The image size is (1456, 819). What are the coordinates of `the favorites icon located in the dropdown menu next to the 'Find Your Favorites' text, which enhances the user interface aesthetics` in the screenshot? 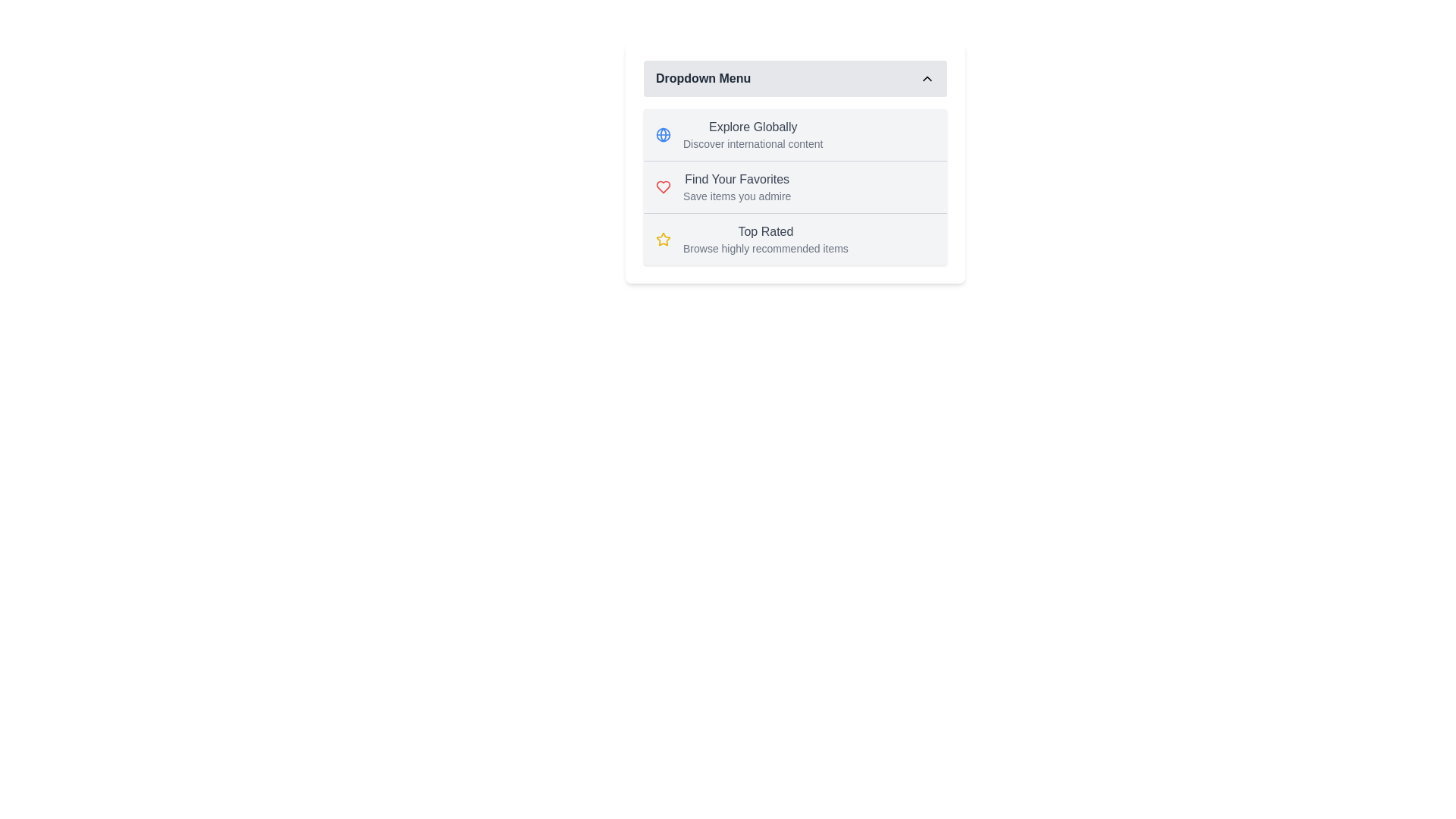 It's located at (663, 186).